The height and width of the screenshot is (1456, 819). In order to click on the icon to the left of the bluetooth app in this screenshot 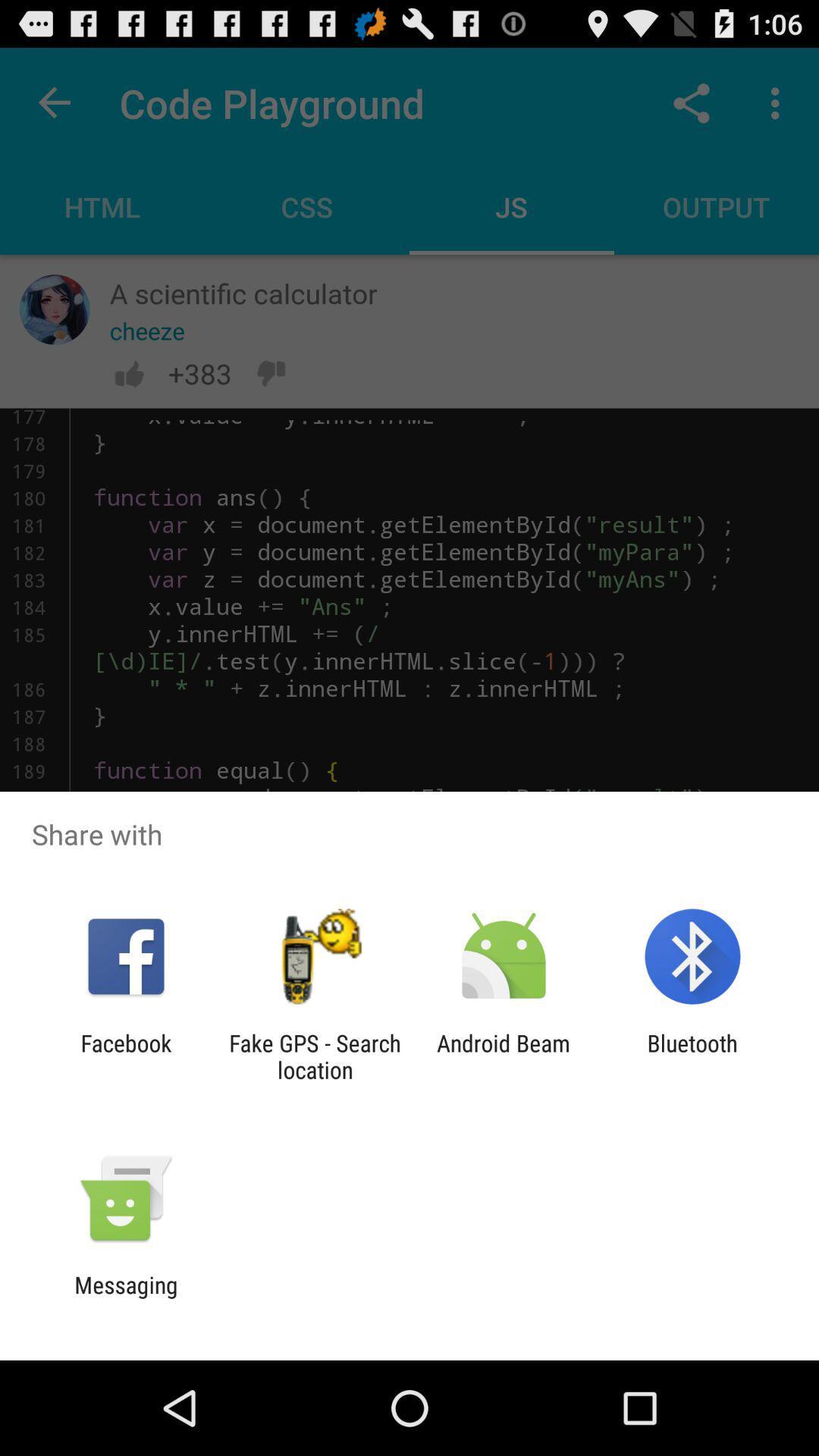, I will do `click(504, 1056)`.